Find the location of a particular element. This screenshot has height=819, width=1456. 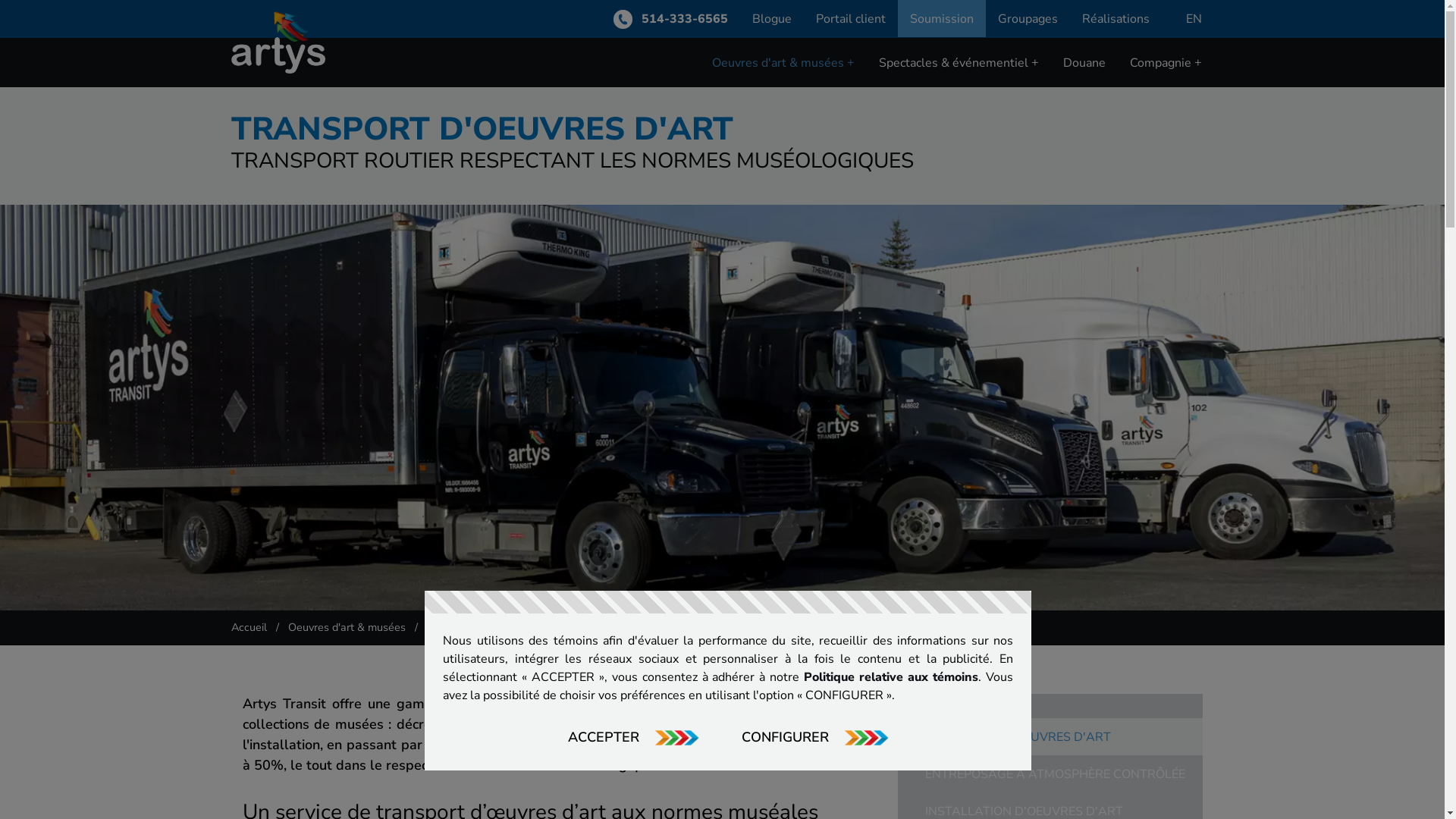

'Blogue' is located at coordinates (771, 18).